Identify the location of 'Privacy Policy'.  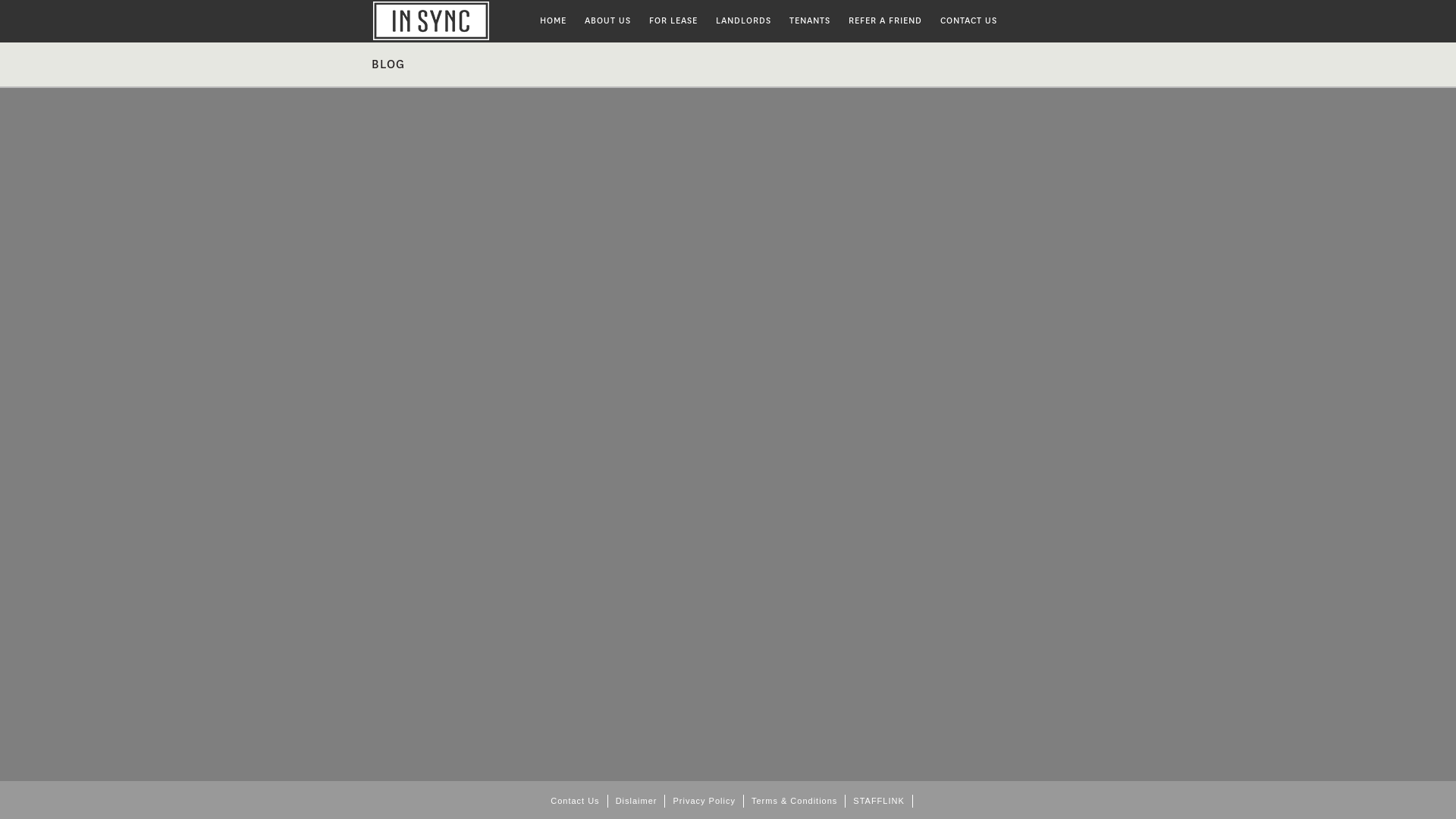
(703, 800).